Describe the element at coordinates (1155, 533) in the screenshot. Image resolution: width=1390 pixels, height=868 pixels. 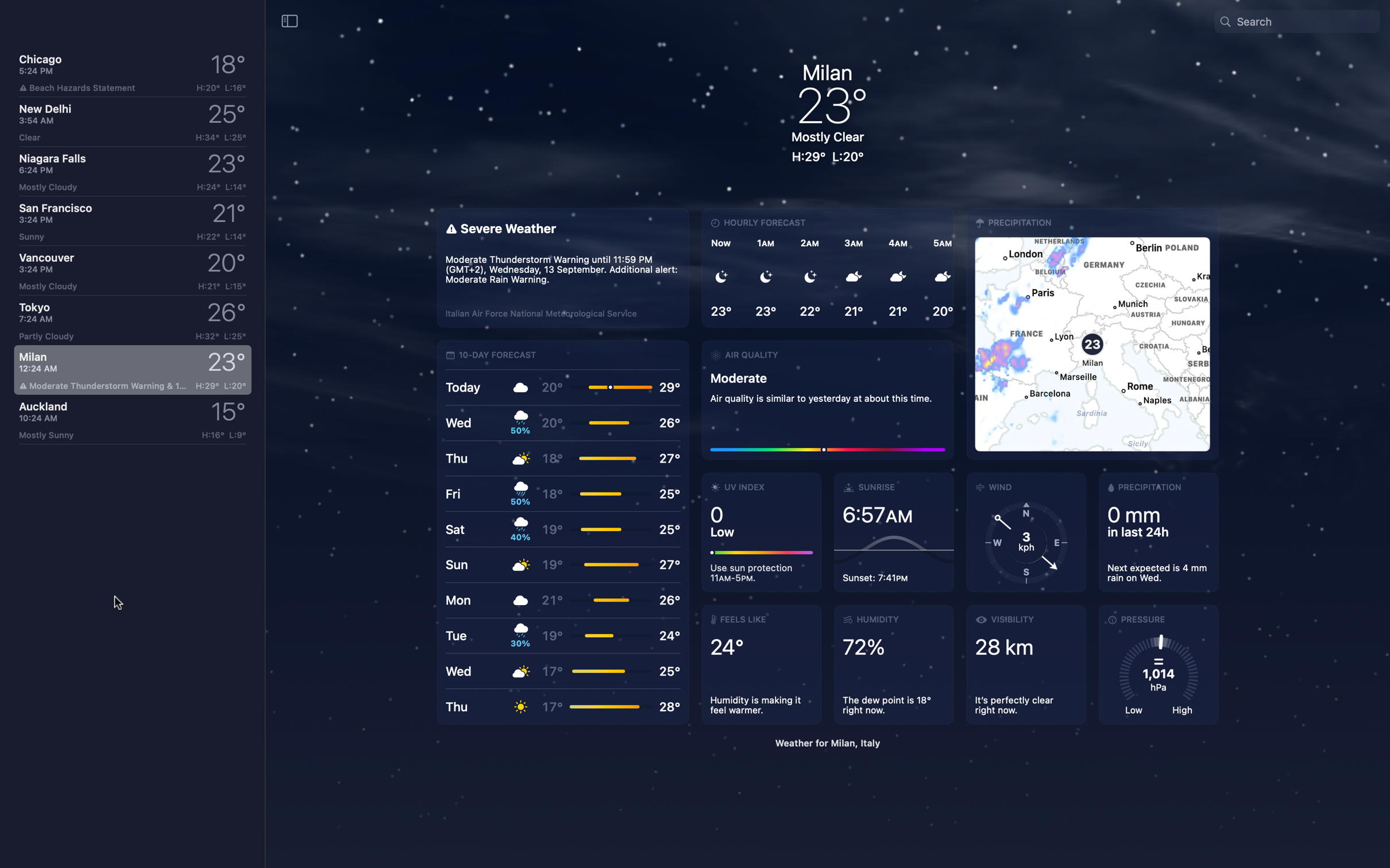
I see `rainfall conditions` at that location.